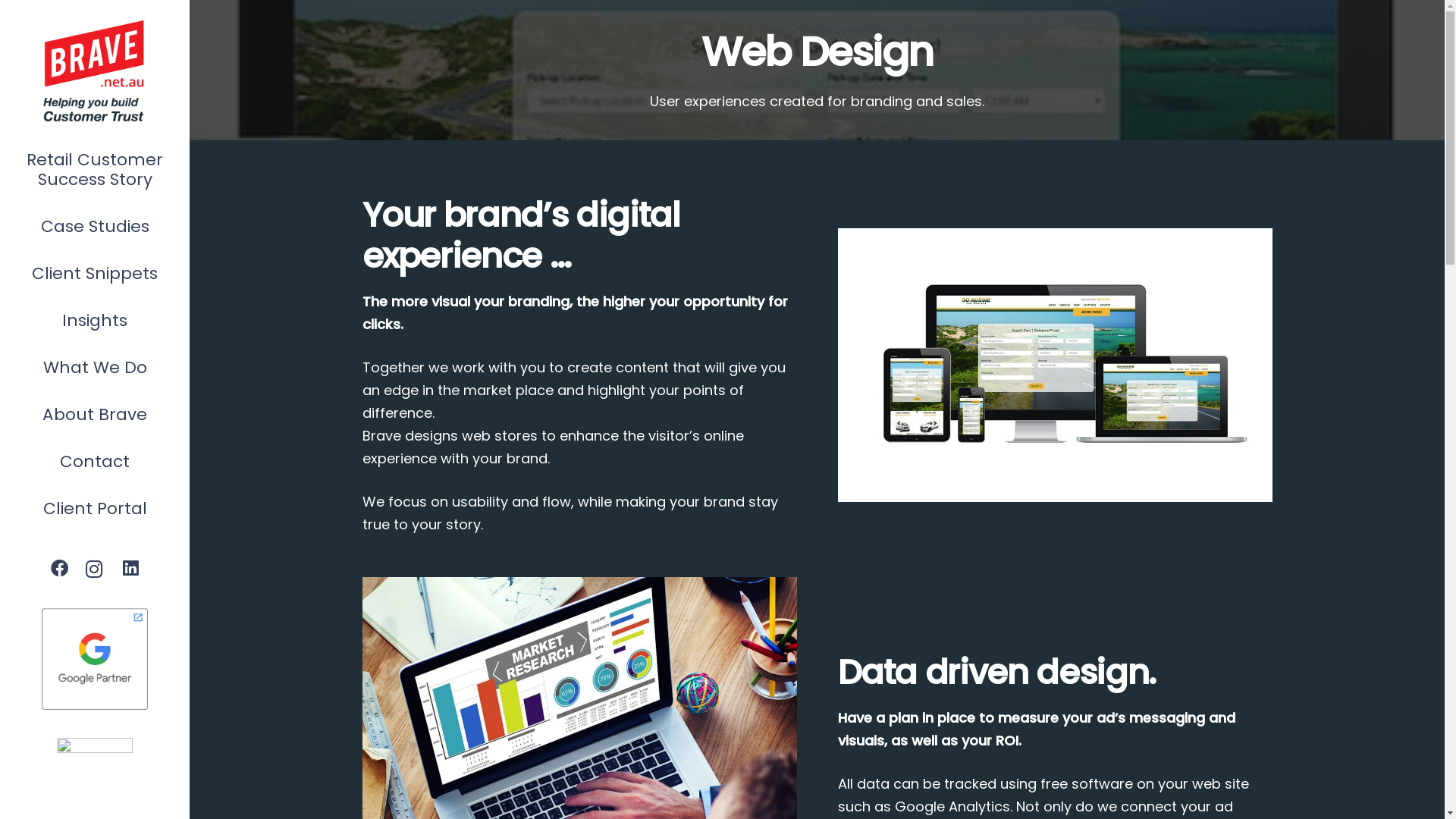  I want to click on 'Client Portal', so click(93, 509).